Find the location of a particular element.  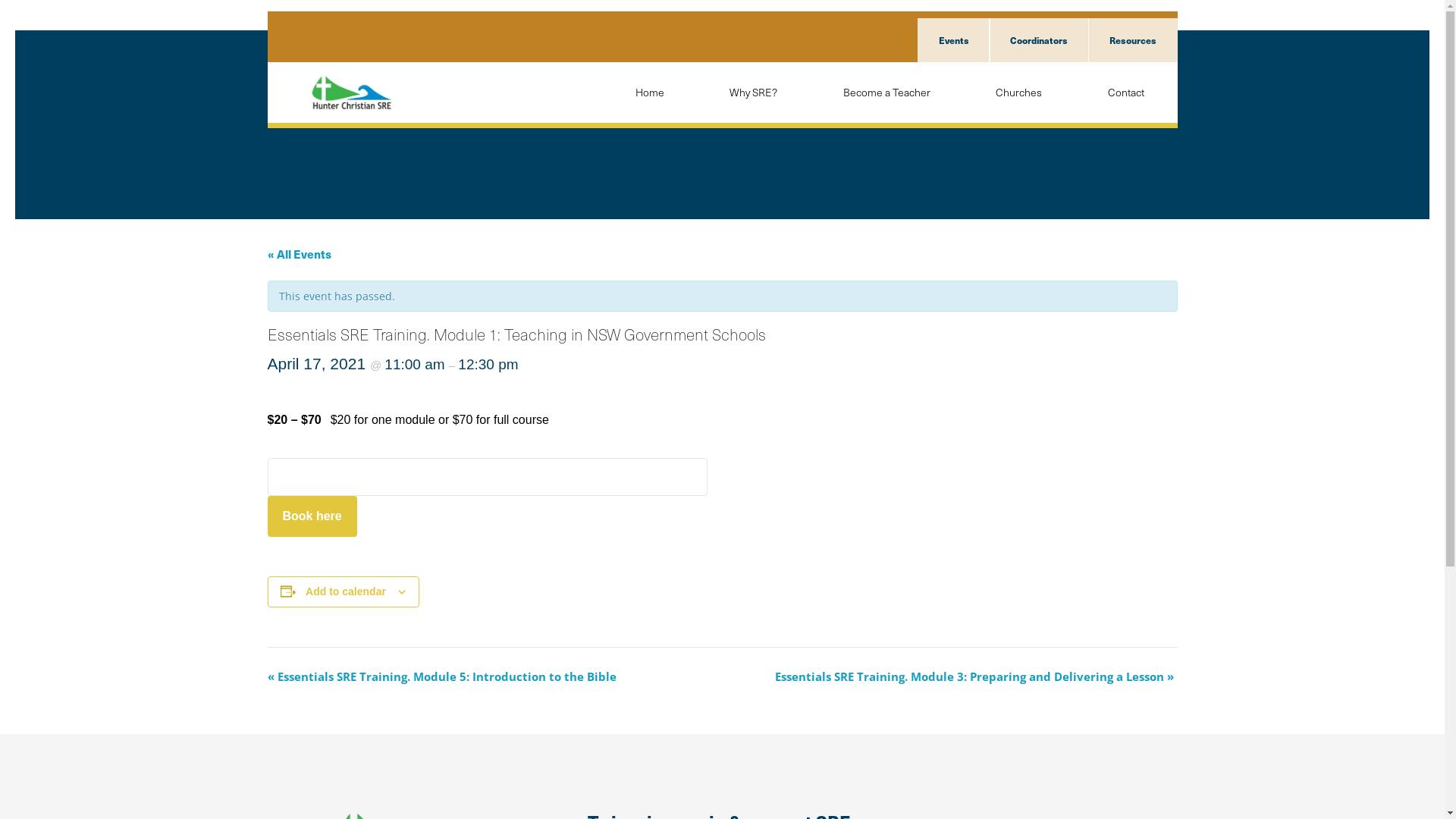

'Coordinators' is located at coordinates (1037, 39).